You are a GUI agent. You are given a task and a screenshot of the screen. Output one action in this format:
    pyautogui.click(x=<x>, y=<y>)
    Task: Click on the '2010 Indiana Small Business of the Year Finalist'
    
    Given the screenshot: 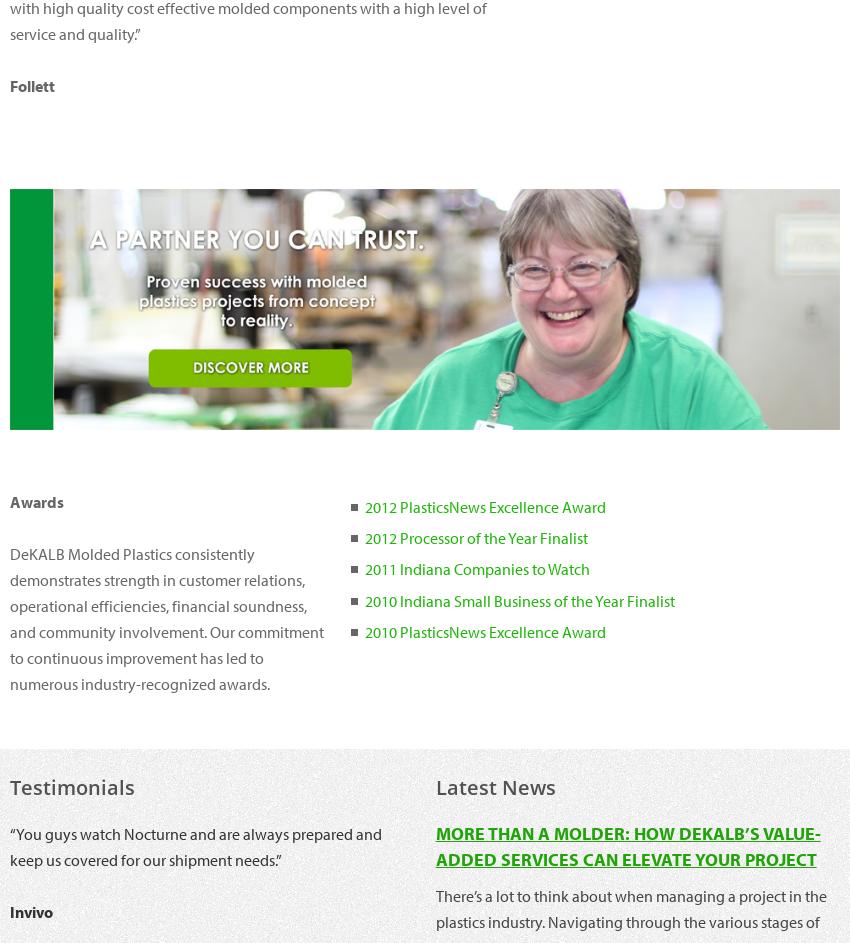 What is the action you would take?
    pyautogui.click(x=518, y=599)
    